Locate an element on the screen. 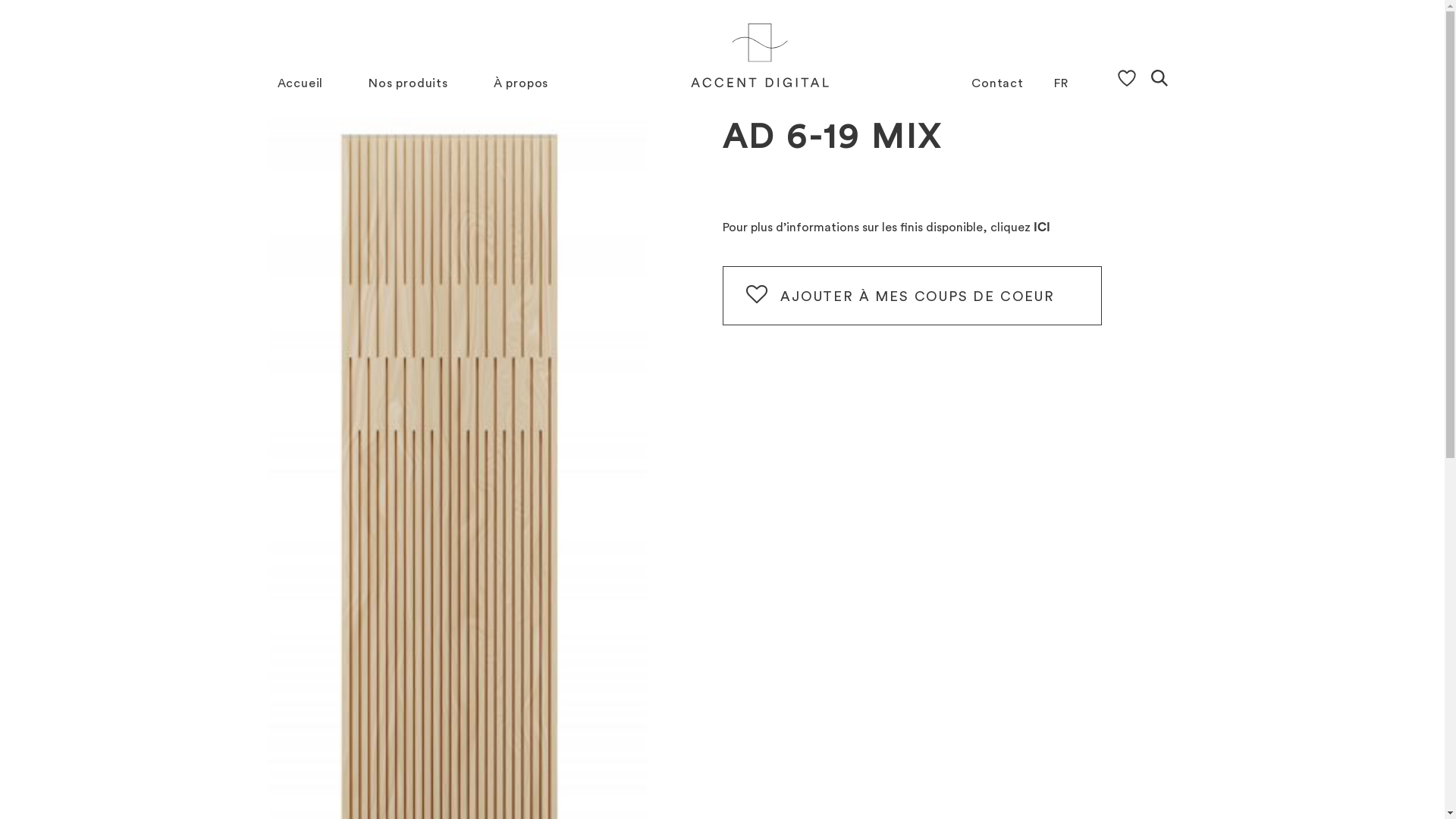 The image size is (1456, 819). ' ICI' is located at coordinates (1039, 227).